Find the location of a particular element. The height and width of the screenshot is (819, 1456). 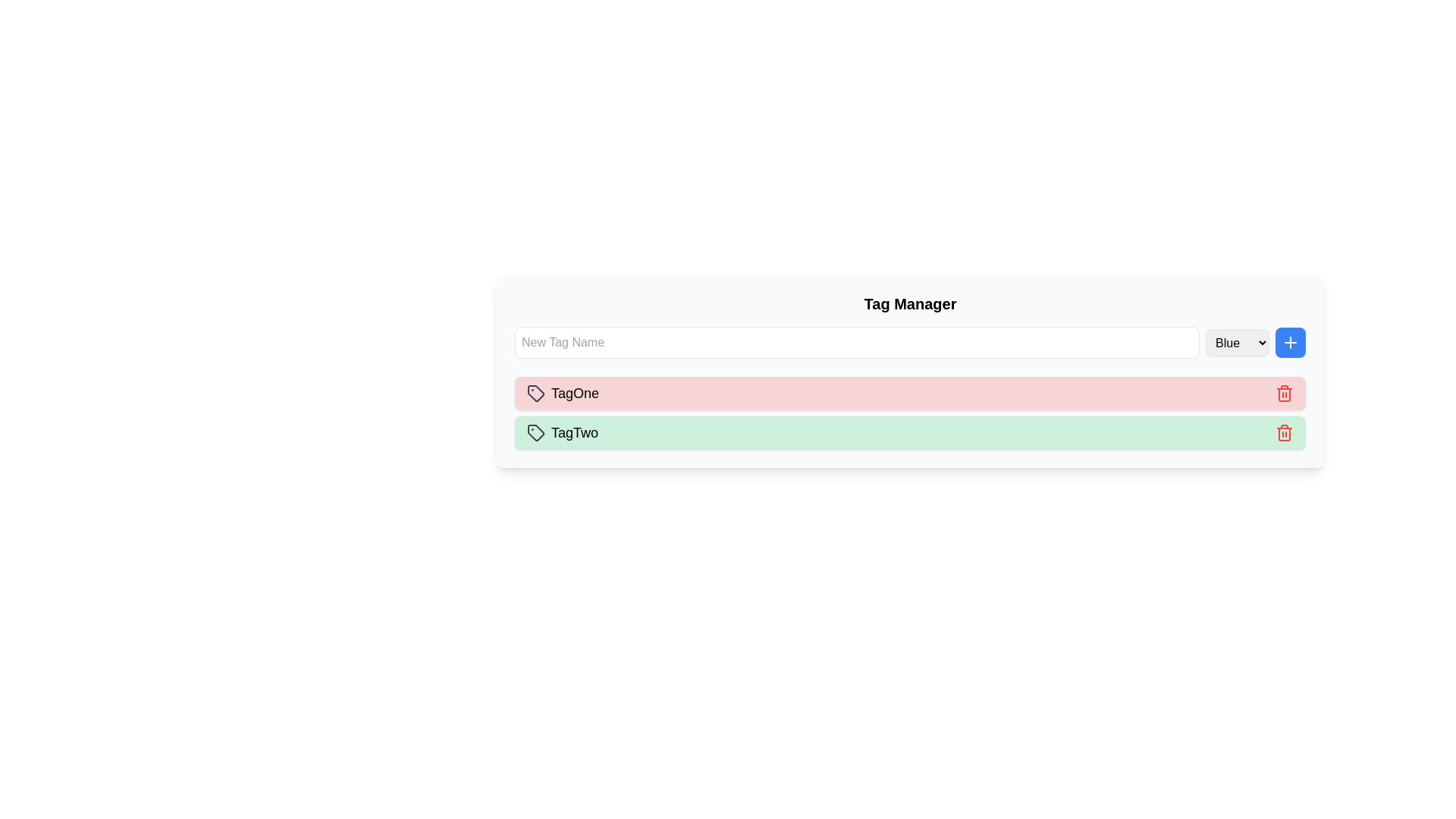

the dropdown menu located next to the 'New Tag Name' text input field is located at coordinates (1238, 342).